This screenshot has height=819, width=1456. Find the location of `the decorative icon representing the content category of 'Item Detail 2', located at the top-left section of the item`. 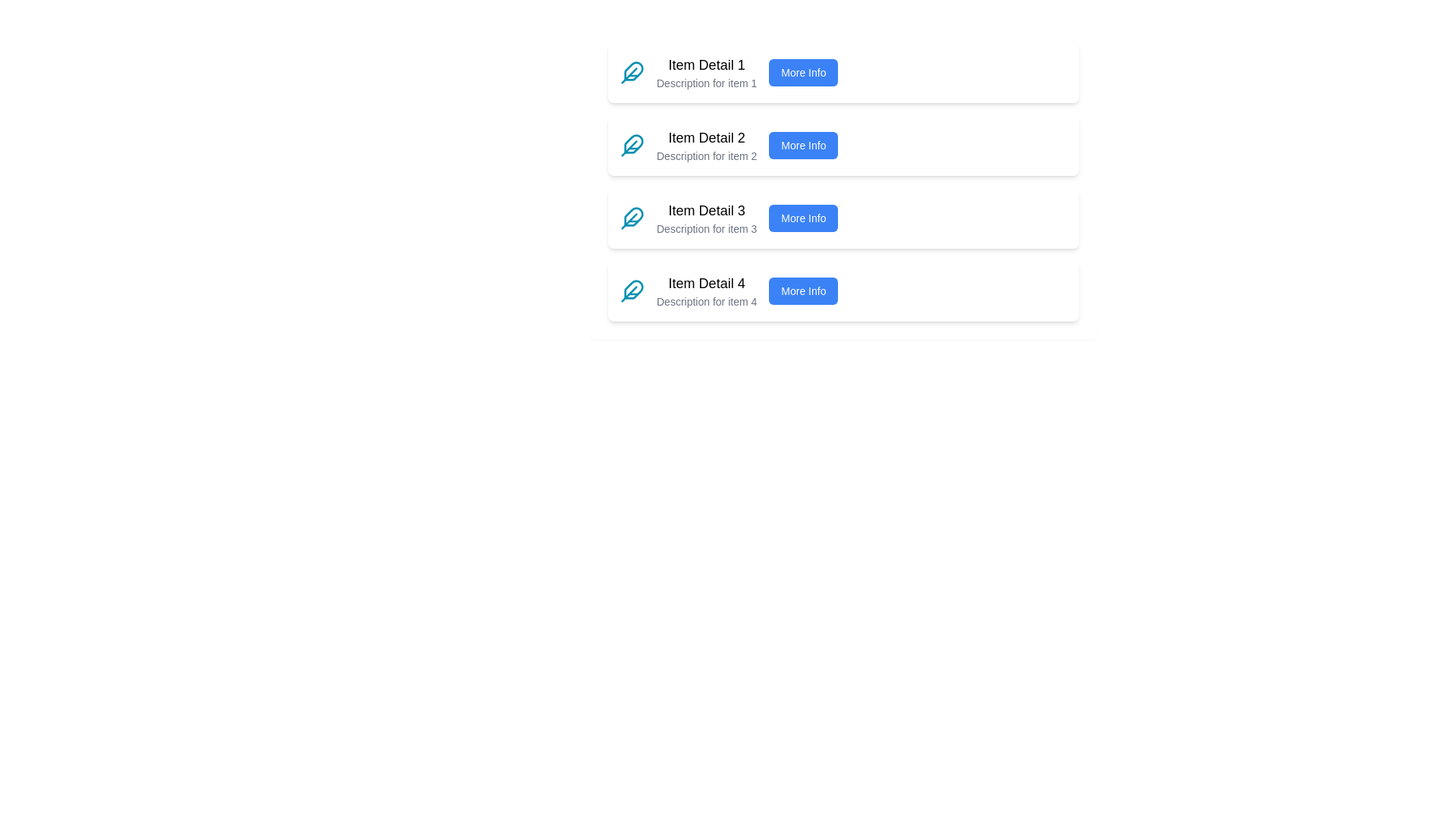

the decorative icon representing the content category of 'Item Detail 2', located at the top-left section of the item is located at coordinates (633, 143).